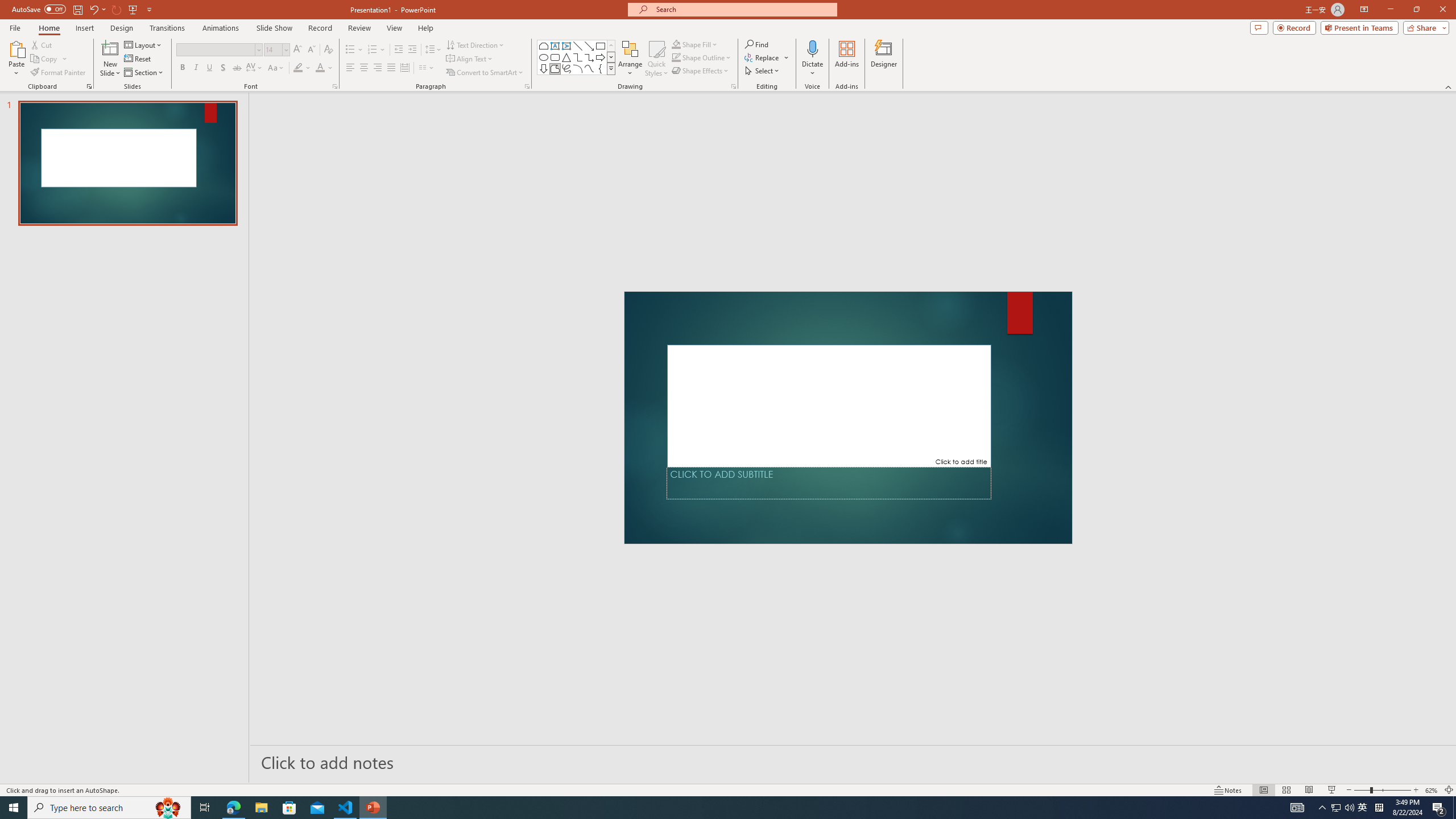 The width and height of the screenshot is (1456, 819). What do you see at coordinates (1431, 790) in the screenshot?
I see `'Zoom 62%'` at bounding box center [1431, 790].